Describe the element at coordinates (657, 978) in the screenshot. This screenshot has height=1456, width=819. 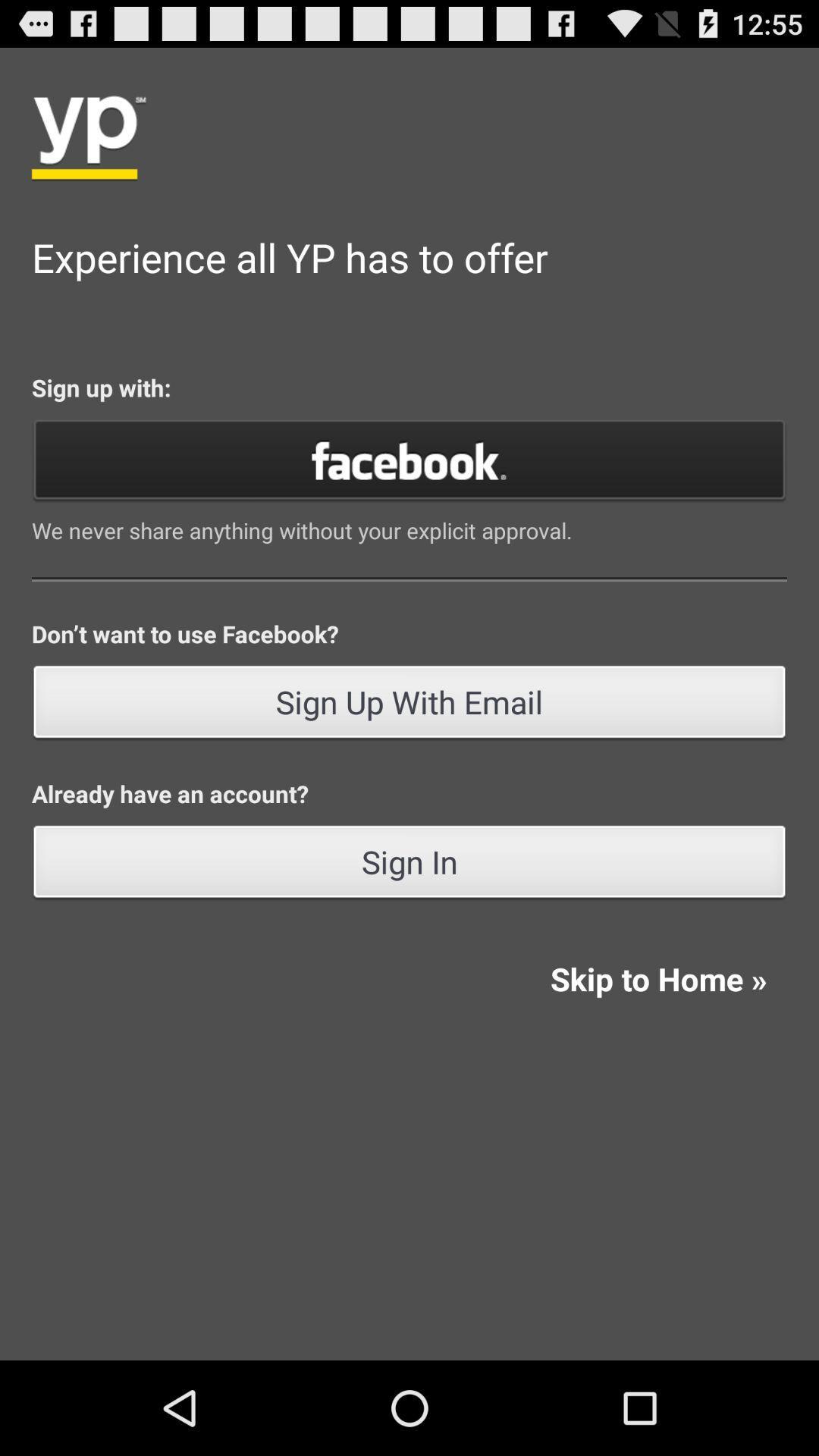
I see `the icon at the bottom right corner` at that location.